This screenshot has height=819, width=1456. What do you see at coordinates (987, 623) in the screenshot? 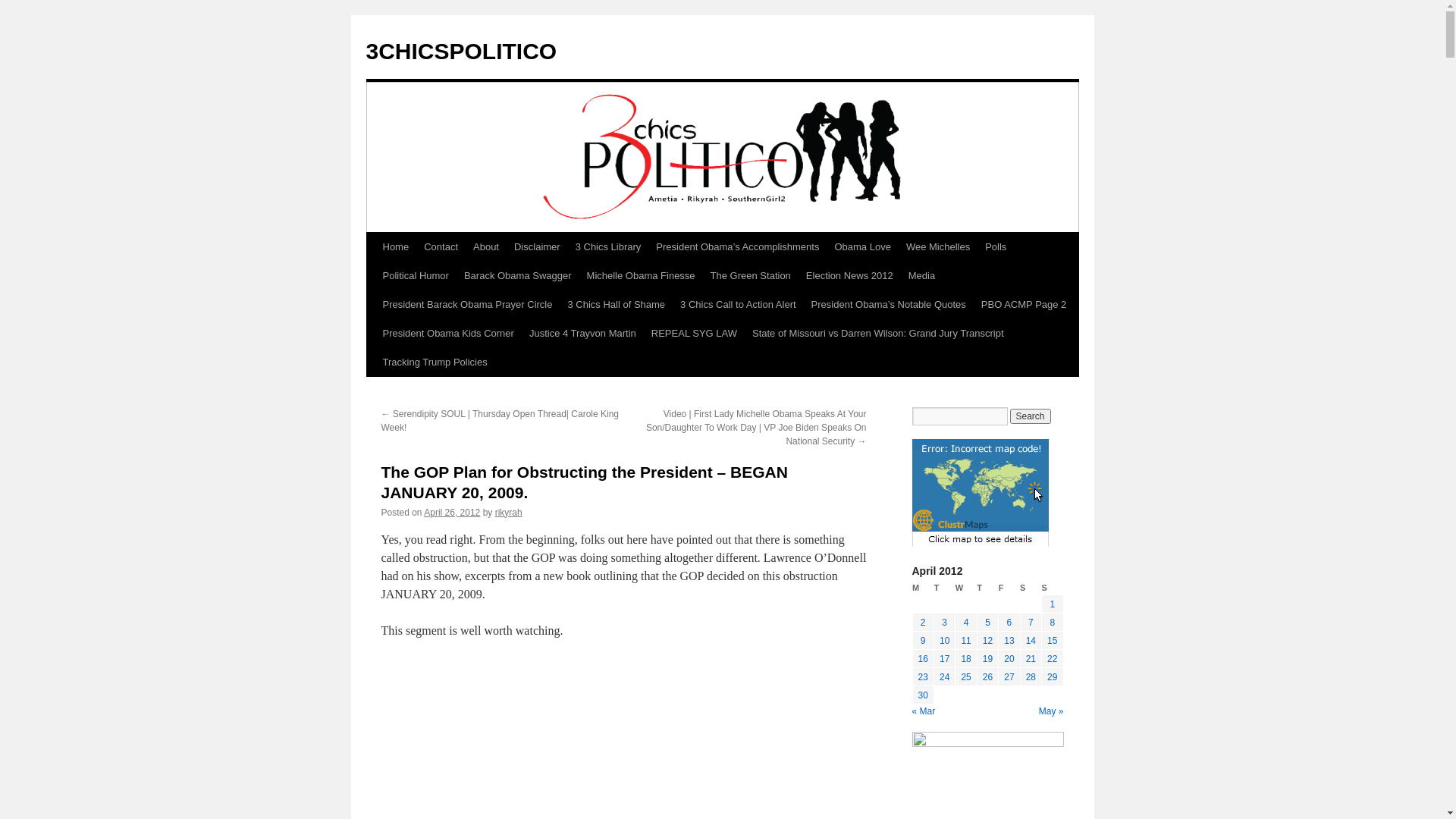
I see `'5'` at bounding box center [987, 623].